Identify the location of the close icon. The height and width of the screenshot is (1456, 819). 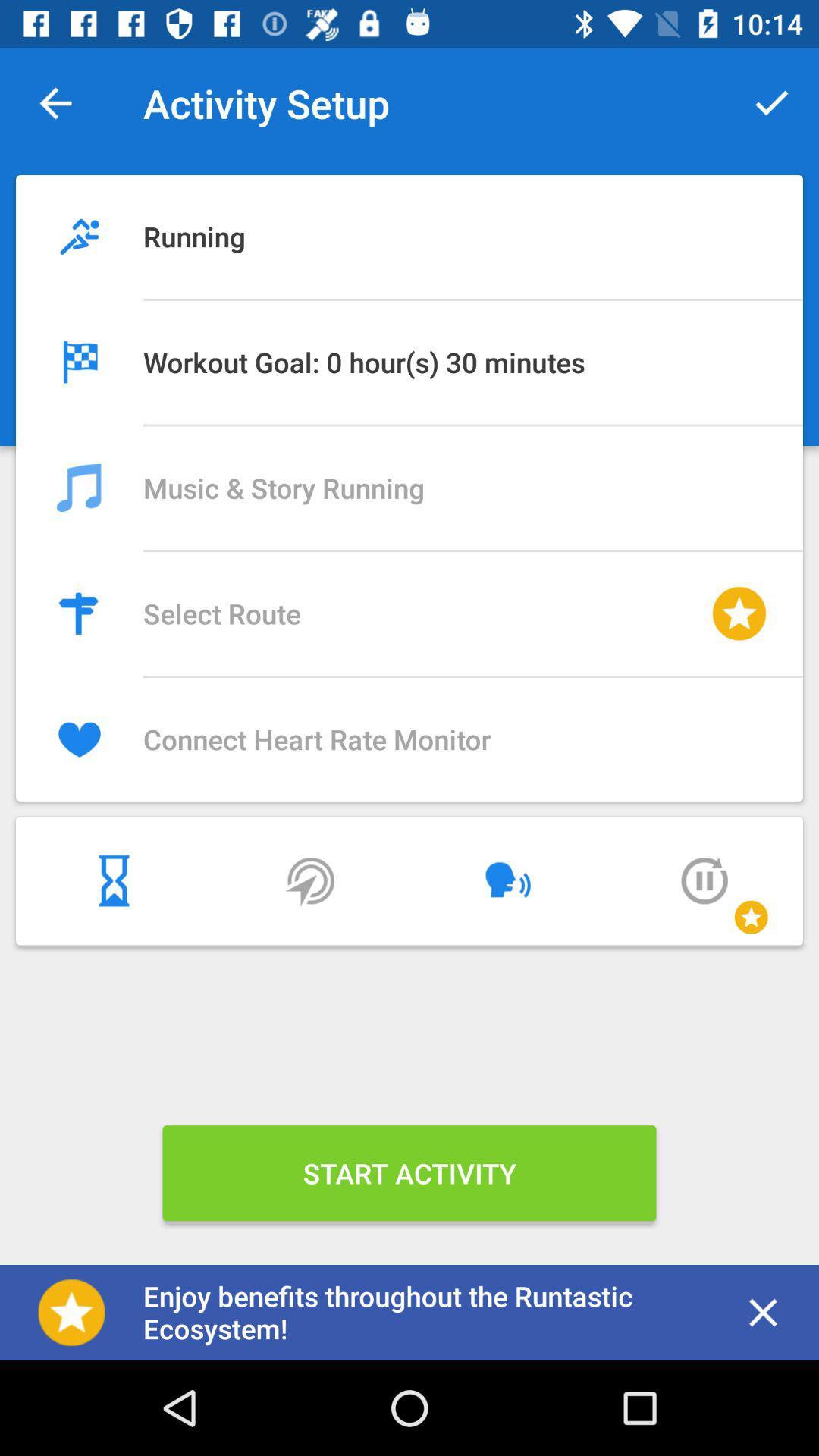
(763, 1312).